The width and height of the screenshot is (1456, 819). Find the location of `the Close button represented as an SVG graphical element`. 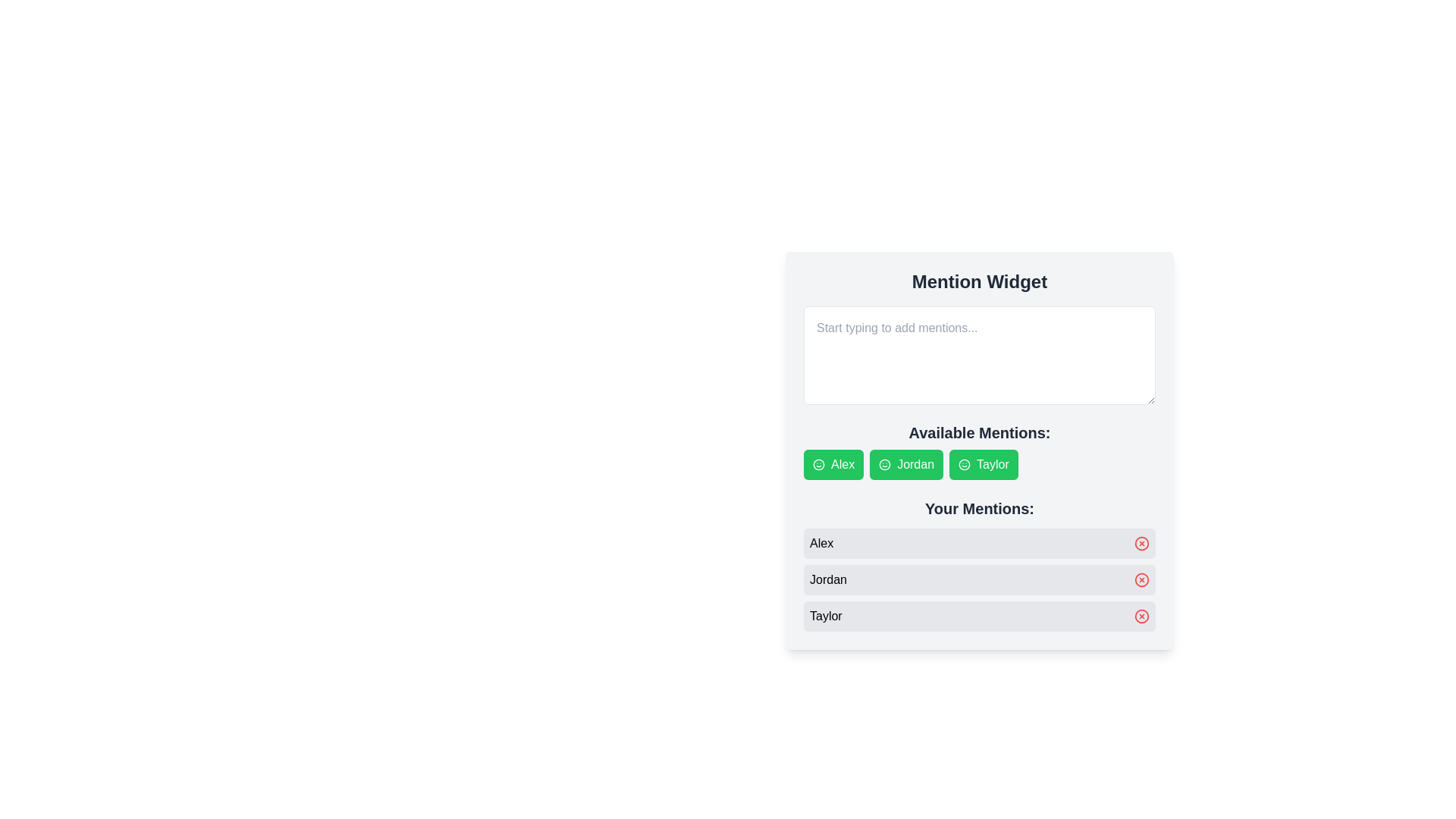

the Close button represented as an SVG graphical element is located at coordinates (1142, 543).